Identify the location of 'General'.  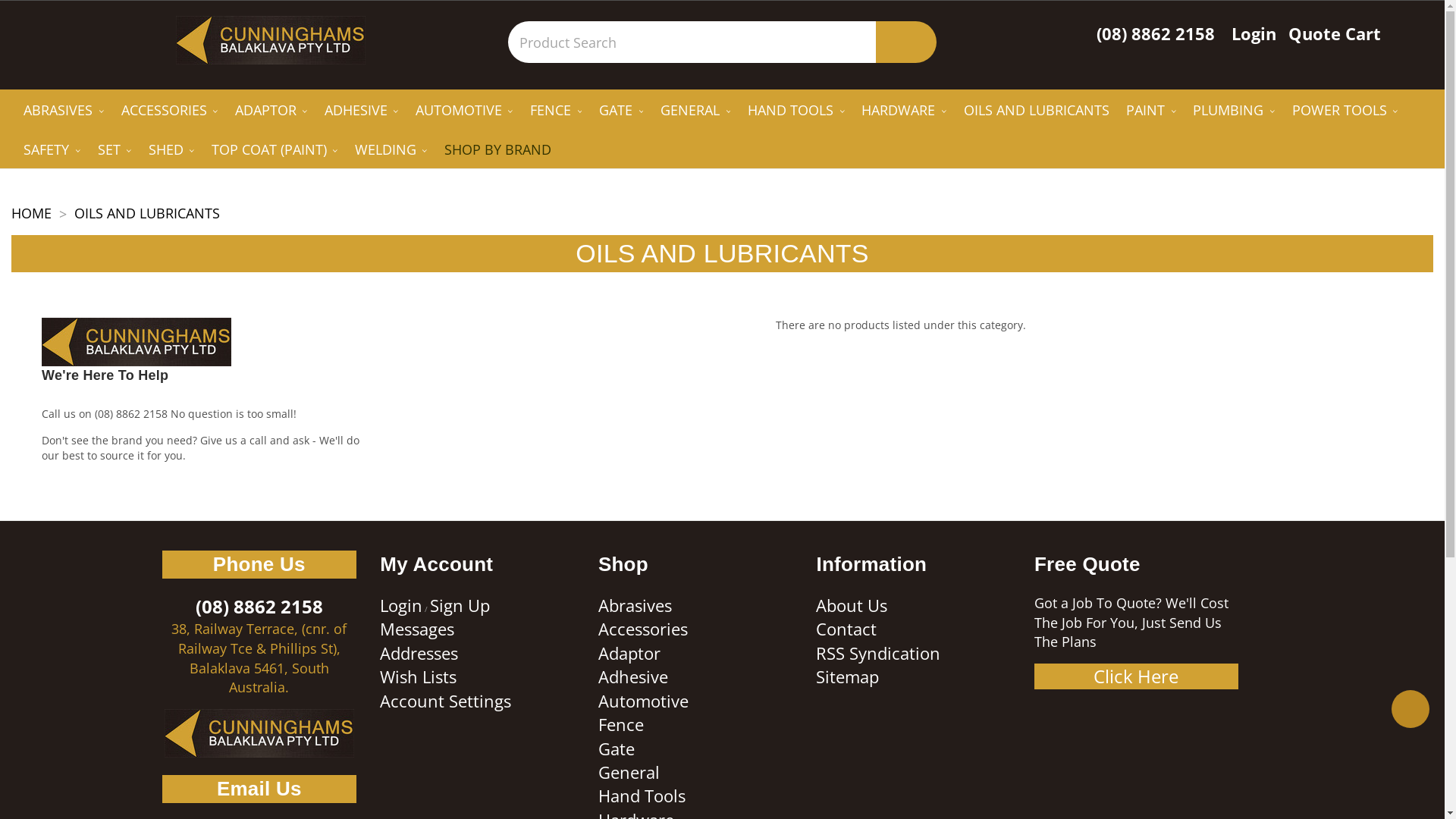
(597, 772).